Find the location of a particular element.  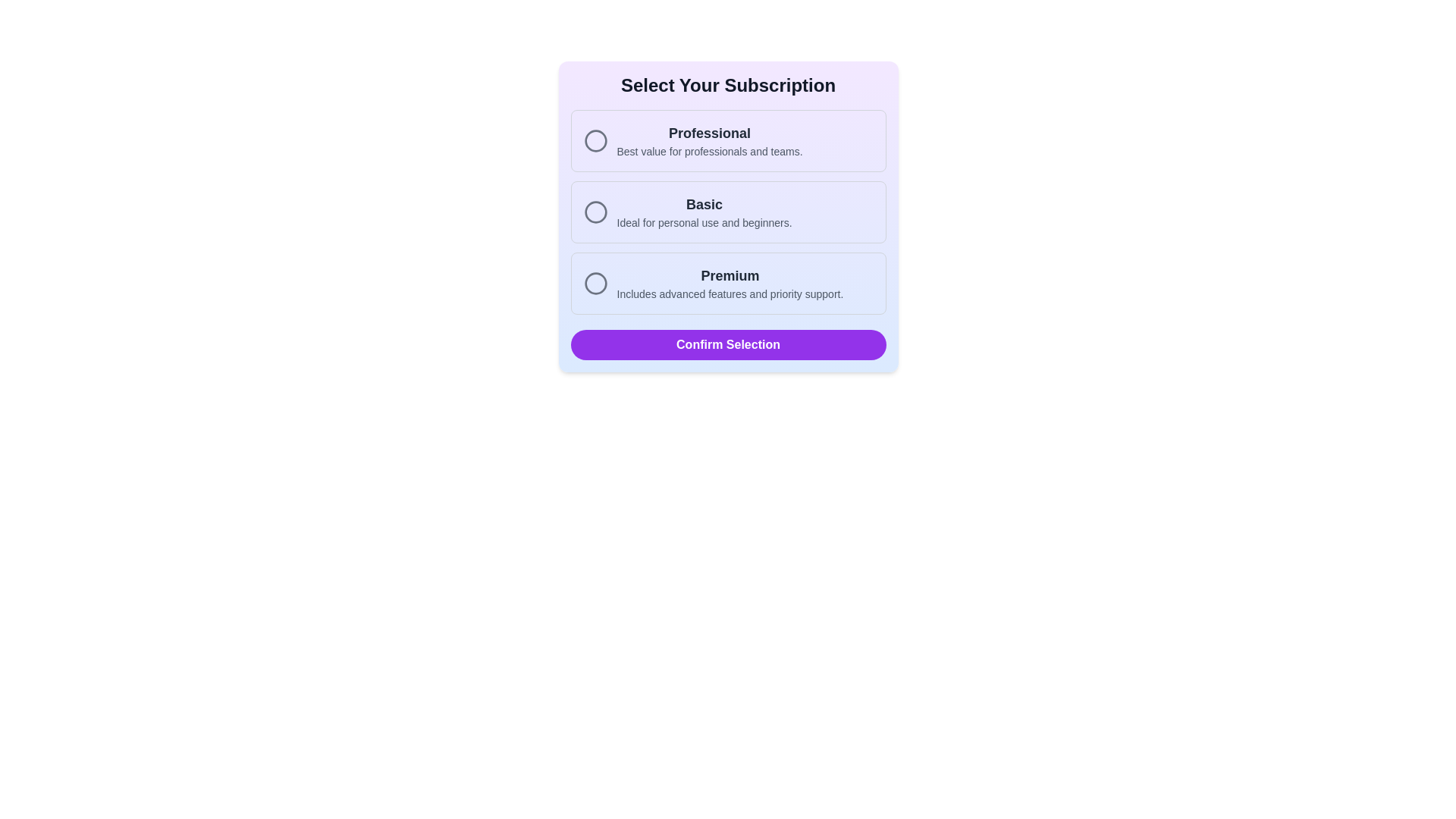

the 'Confirm Selection' button with a purple background and white text located at the bottom of the subscription options card to confirm the selection is located at coordinates (728, 345).